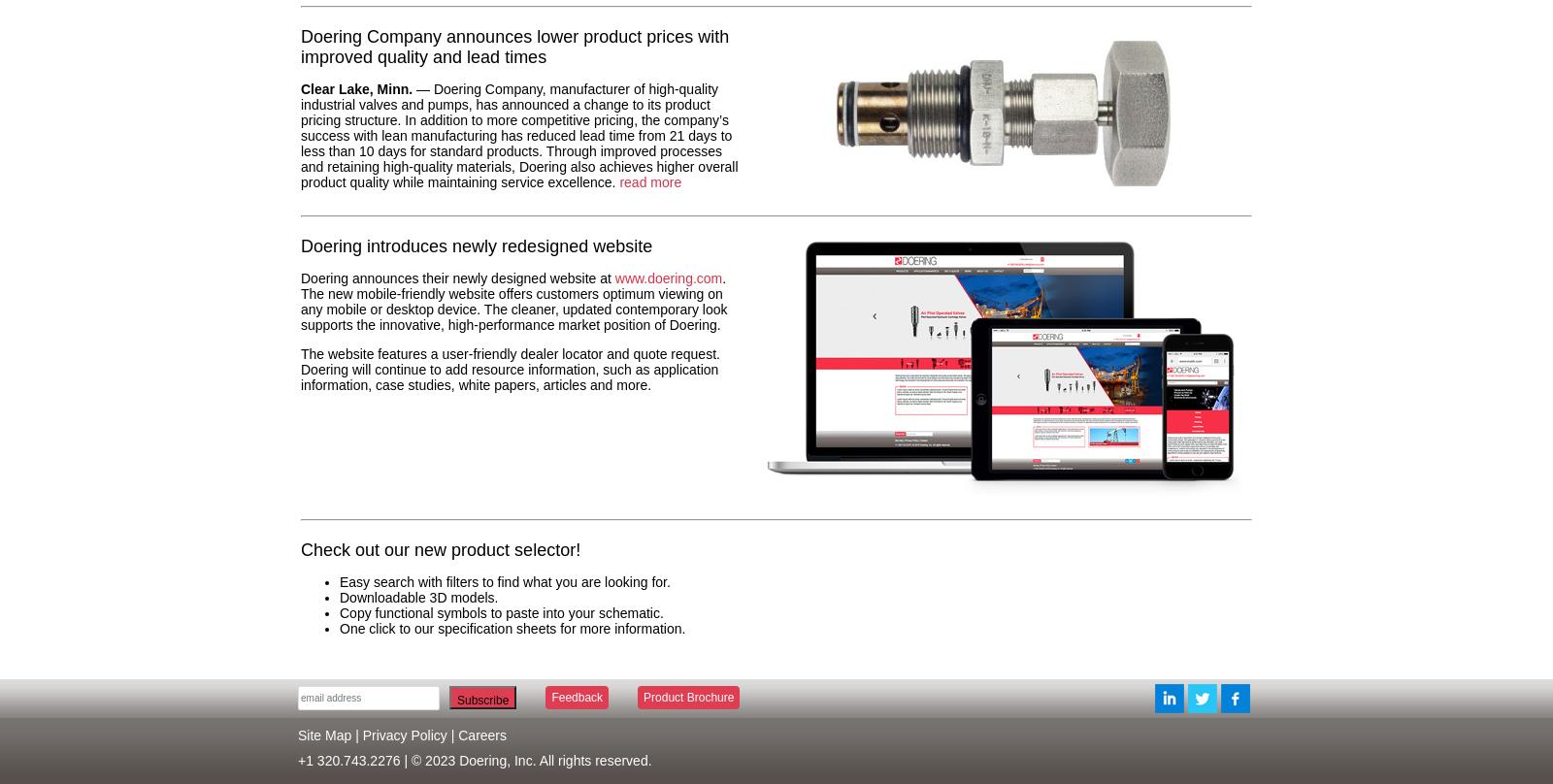 This screenshot has width=1553, height=784. What do you see at coordinates (668, 278) in the screenshot?
I see `'www.doering.com'` at bounding box center [668, 278].